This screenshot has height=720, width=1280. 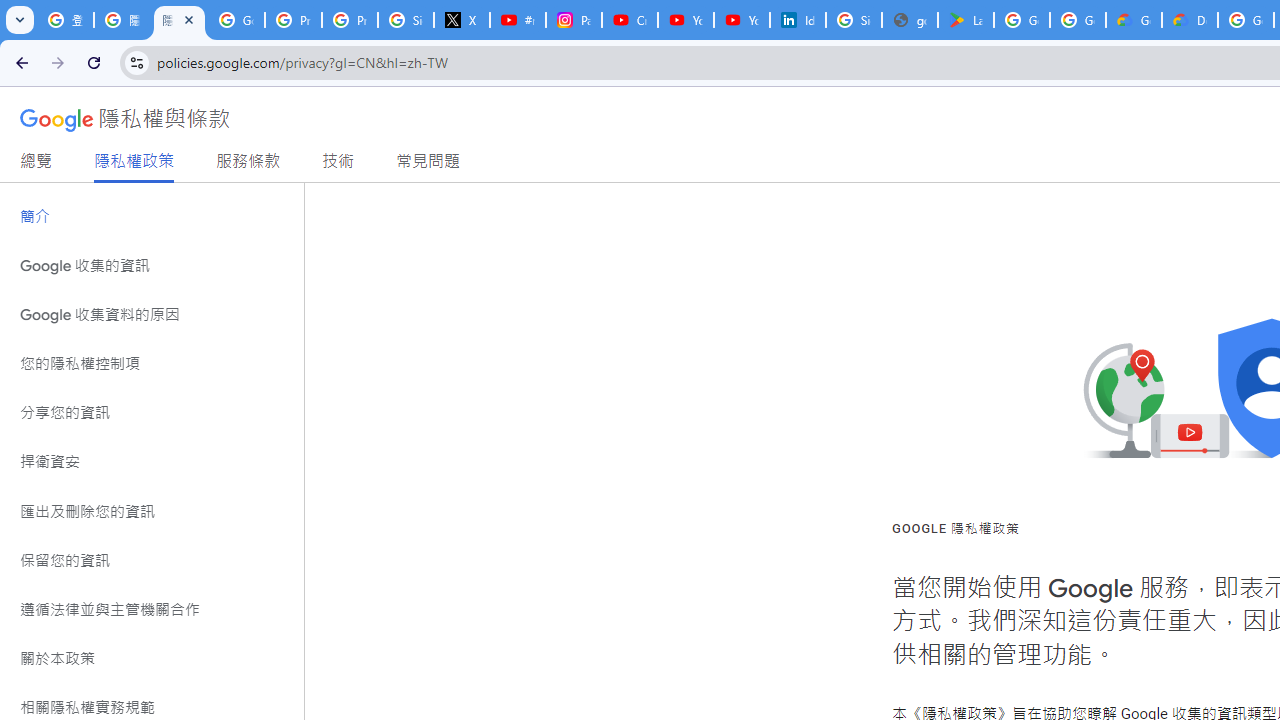 I want to click on 'Government | Google Cloud', so click(x=1134, y=20).